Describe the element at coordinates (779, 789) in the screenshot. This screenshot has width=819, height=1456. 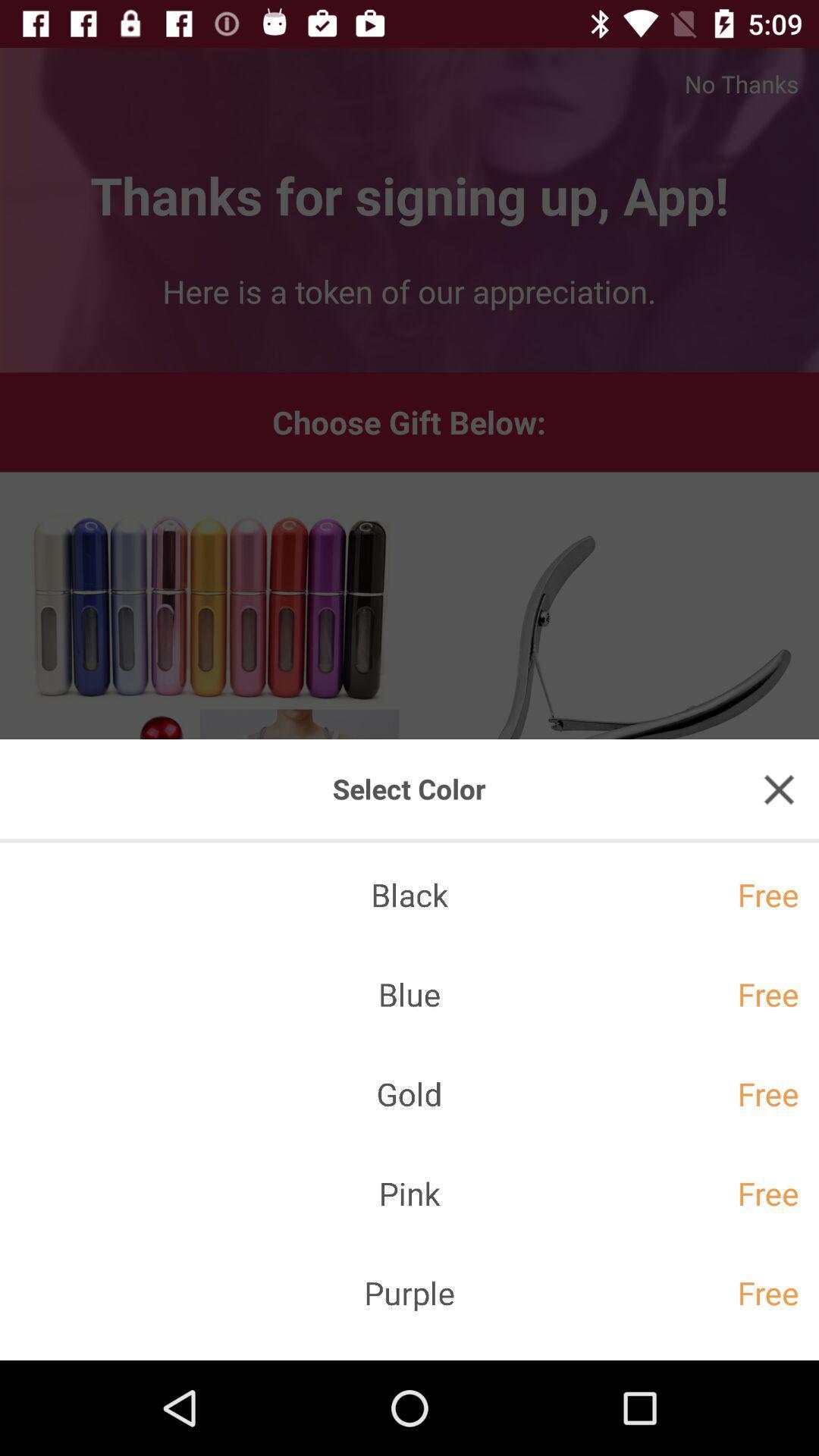
I see `the window` at that location.